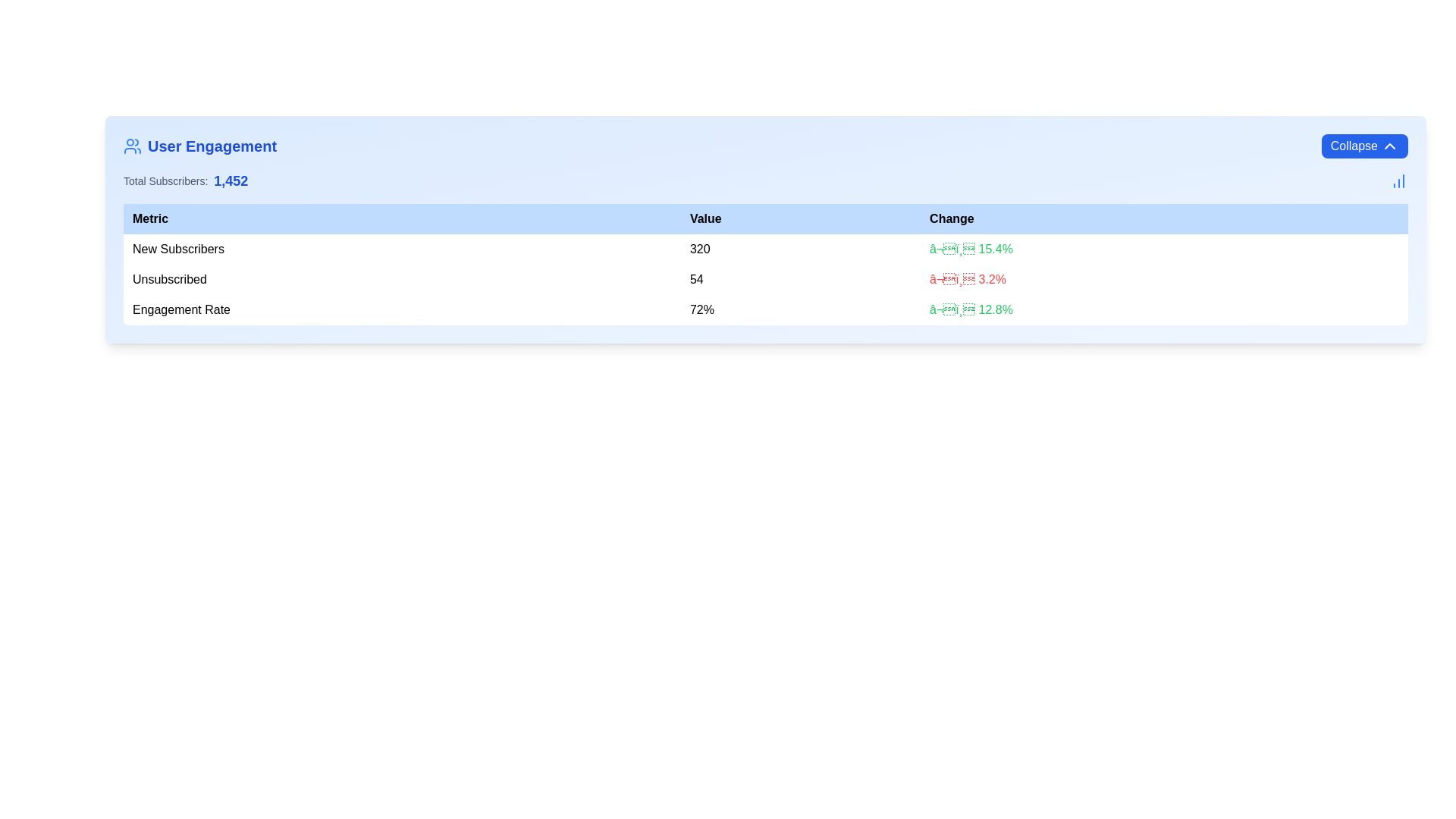 Image resolution: width=1456 pixels, height=819 pixels. I want to click on displayed data in the second row of the table, which shows 'Unsubscribed', the number 54, and the percentage change '🔻 3.2%' styled in red, so click(765, 280).